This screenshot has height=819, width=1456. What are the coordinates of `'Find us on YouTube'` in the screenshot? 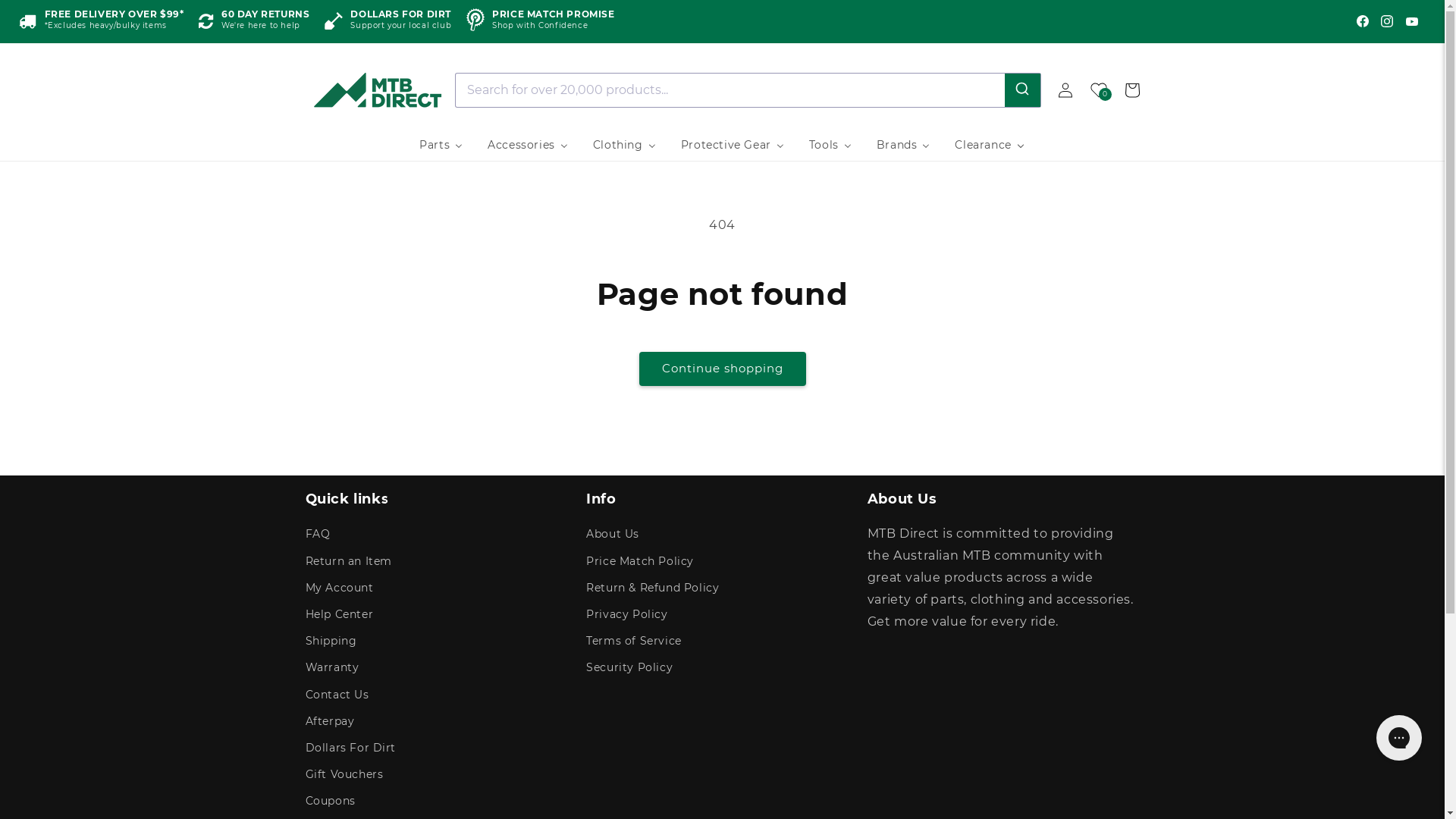 It's located at (1411, 20).